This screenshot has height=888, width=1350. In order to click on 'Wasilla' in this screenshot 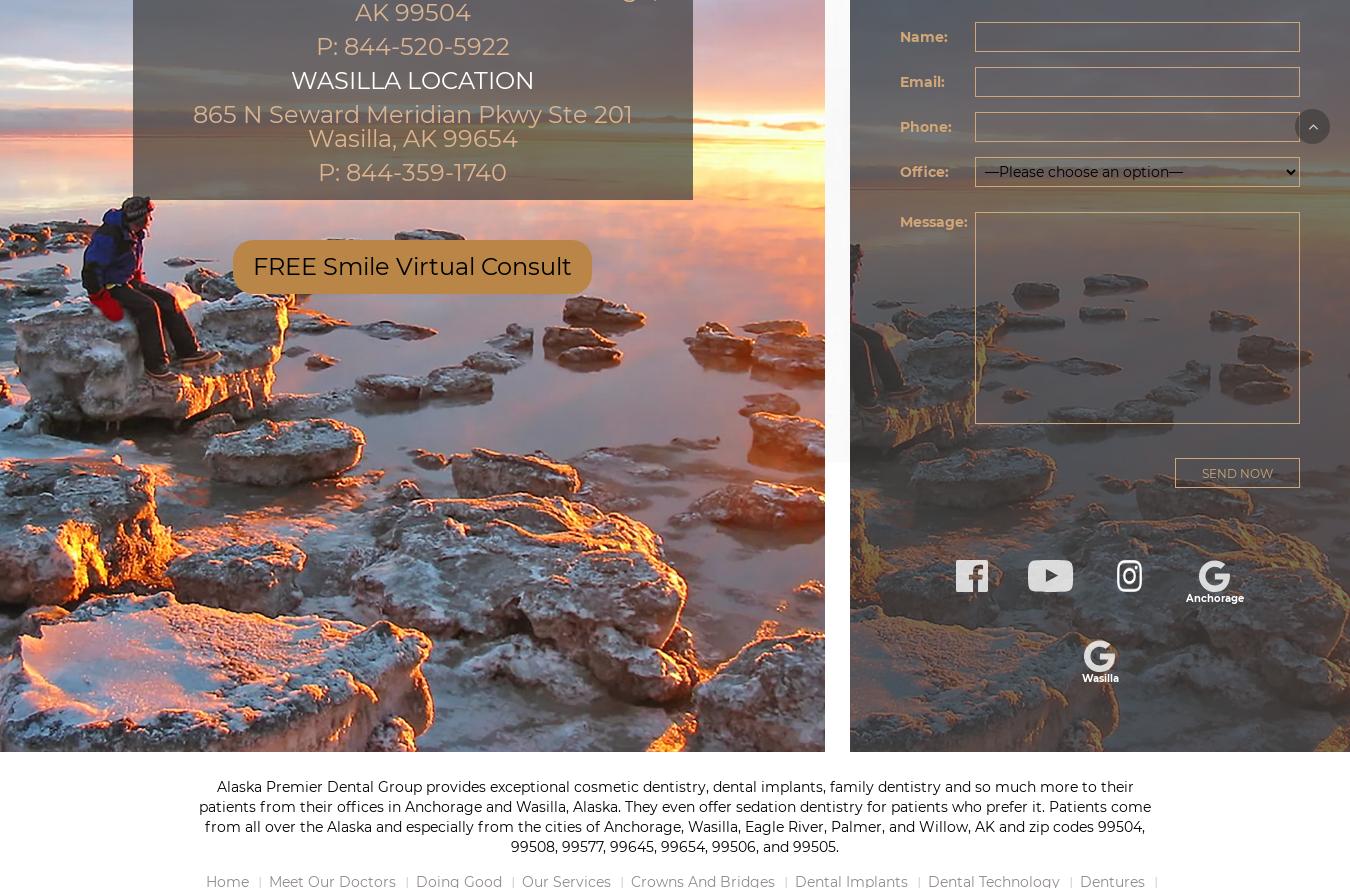, I will do `click(1099, 677)`.